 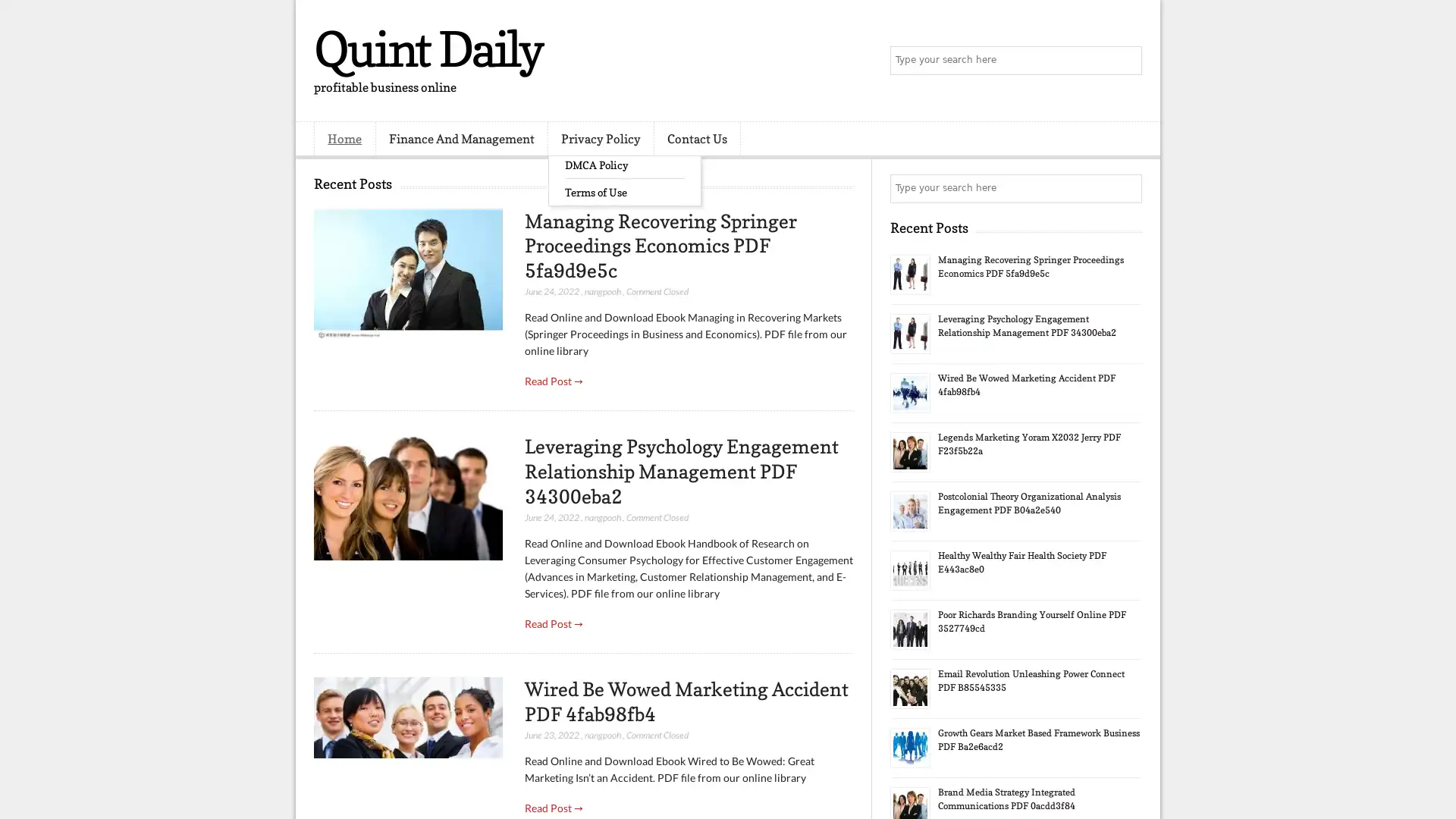 I want to click on Search, so click(x=1126, y=61).